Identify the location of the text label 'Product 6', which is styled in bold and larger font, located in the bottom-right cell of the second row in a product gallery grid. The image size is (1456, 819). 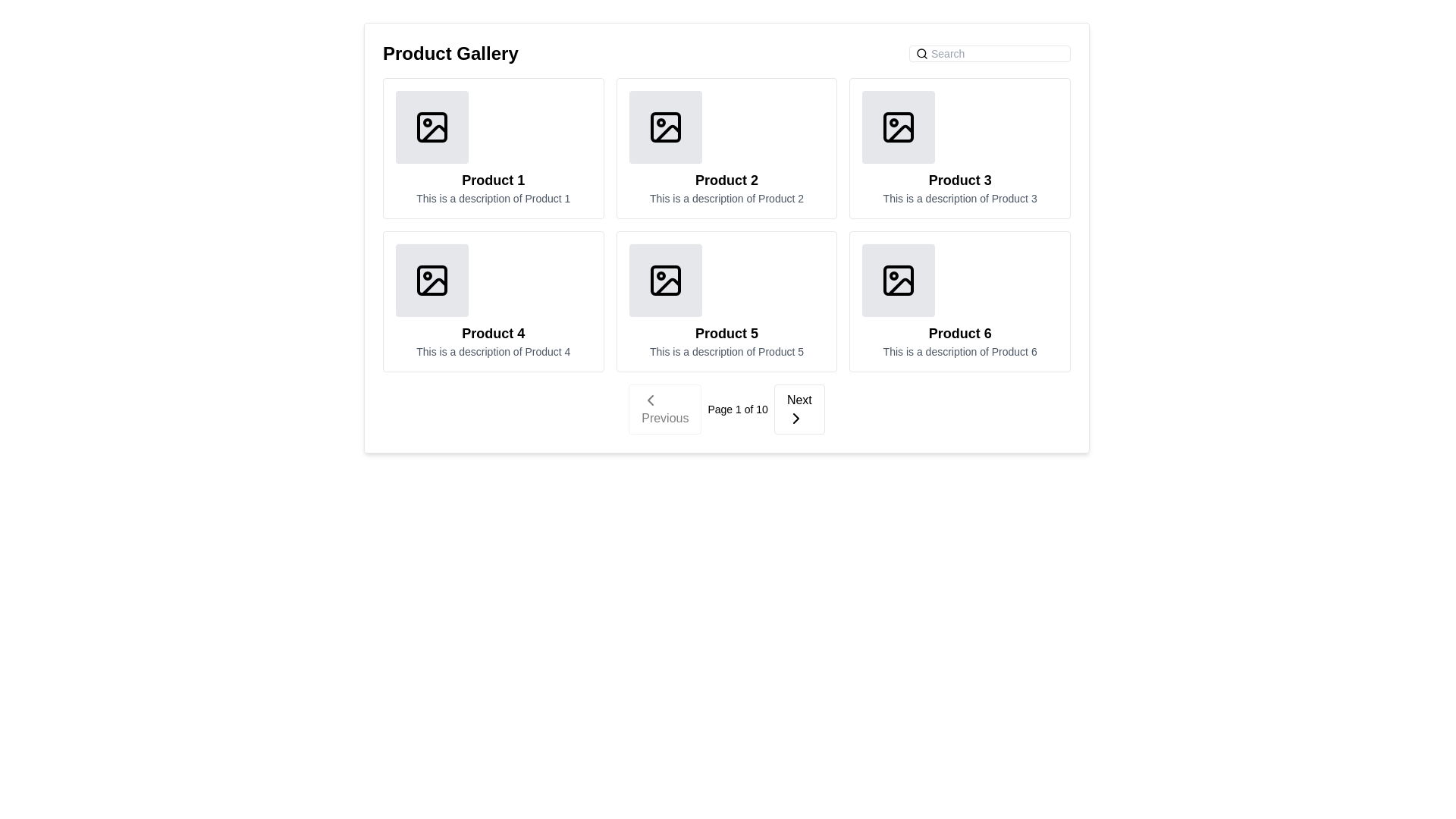
(959, 332).